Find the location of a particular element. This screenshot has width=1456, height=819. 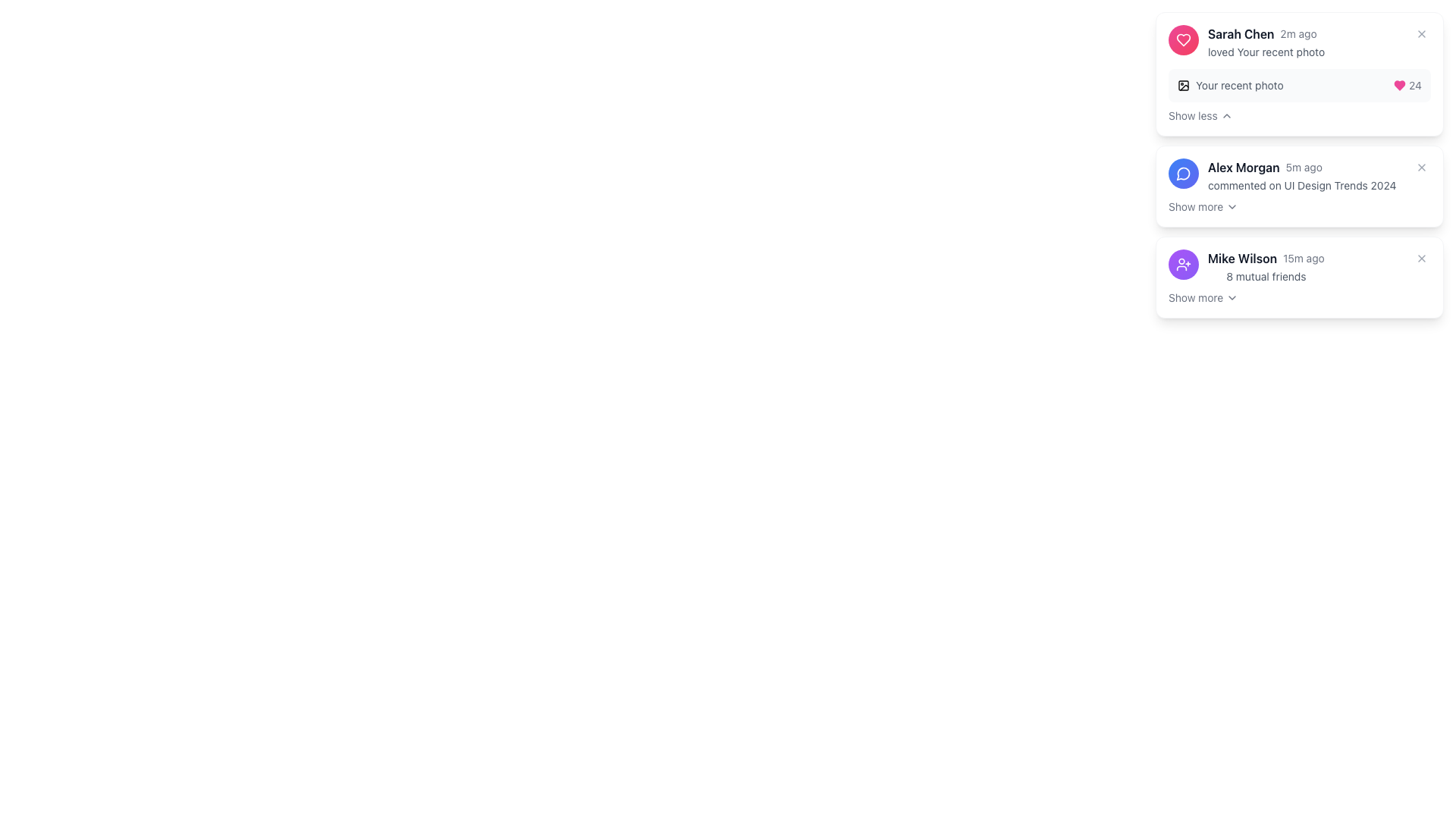

the 'like' SVG icon located in the top-right card of the interface, which is positioned left of the numeric label '24' is located at coordinates (1399, 85).